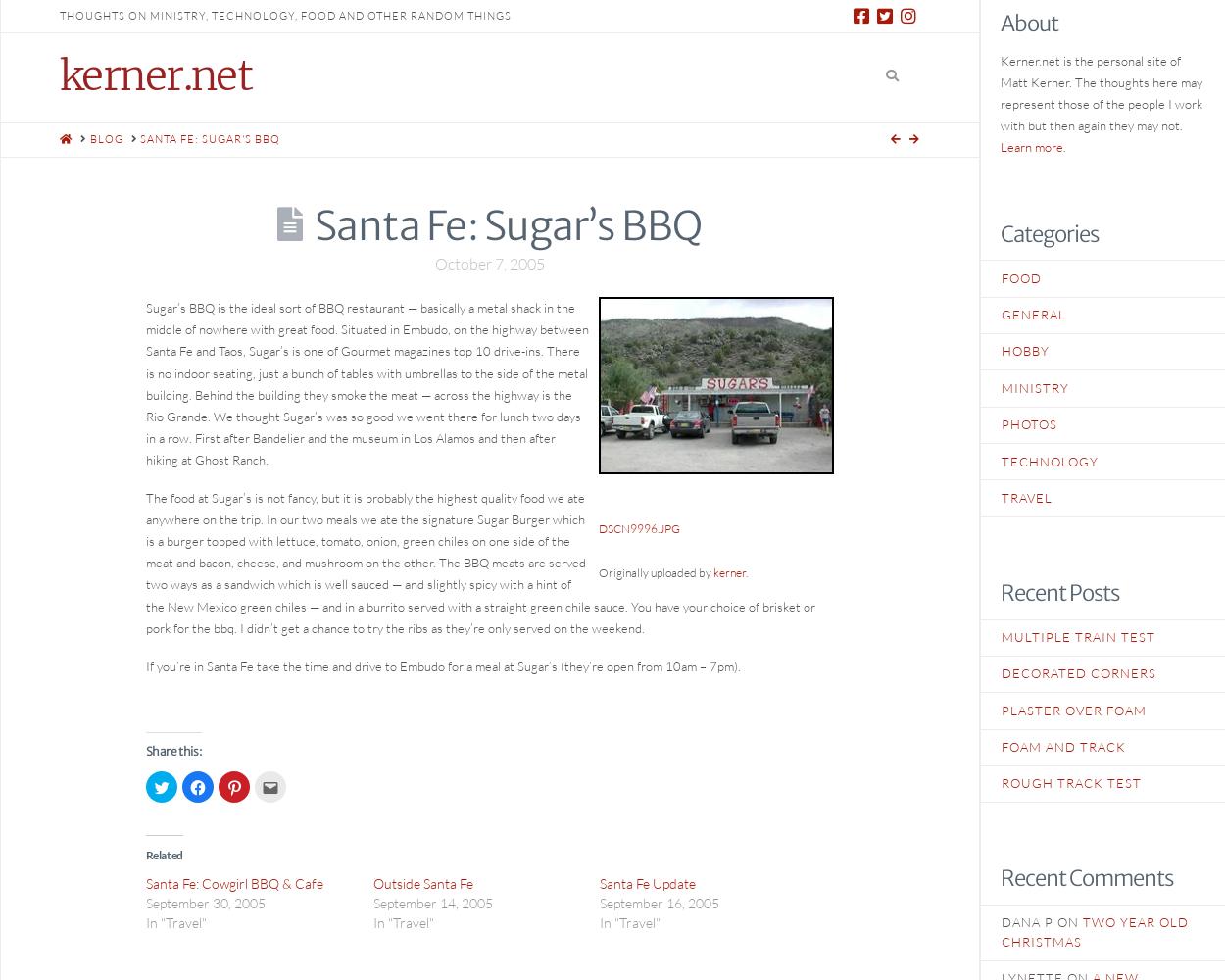 The height and width of the screenshot is (980, 1225). What do you see at coordinates (366, 383) in the screenshot?
I see `'Sugar’s BBQ is the ideal sort of BBQ restaurant — basically a metal shack in the middle of nowhere with great food. Situated in Embudo, on the highway between Santa Fe and Taos, Sugar’s is one of Gourmet magazines top 10 drive-ins. There is no indoor seating, just a bunch of tables with umbrellas to the side of the metal building. Behind the building they smoke the meat — across the highway is the Rio Grande. We thought Sugar’s was so good we went there for lunch two days in a row. First after Bandelier and the museum in Los Alamos and then after hiking at Ghost Ranch.'` at bounding box center [366, 383].